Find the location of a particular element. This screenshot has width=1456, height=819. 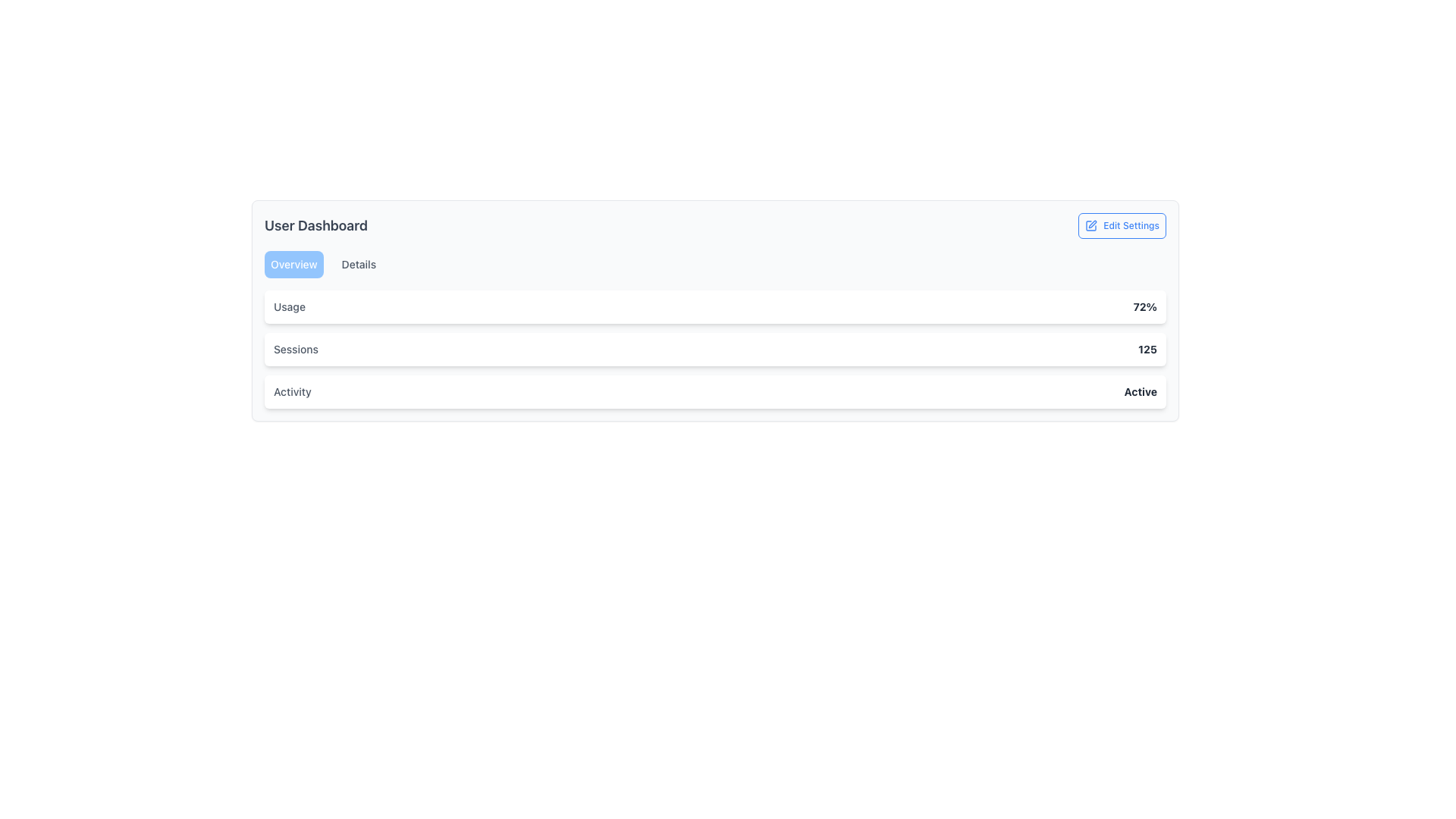

the 'Edit Settings' button with blue text and a pen icon, located to the far right of the 'User Dashboard' section is located at coordinates (1122, 225).